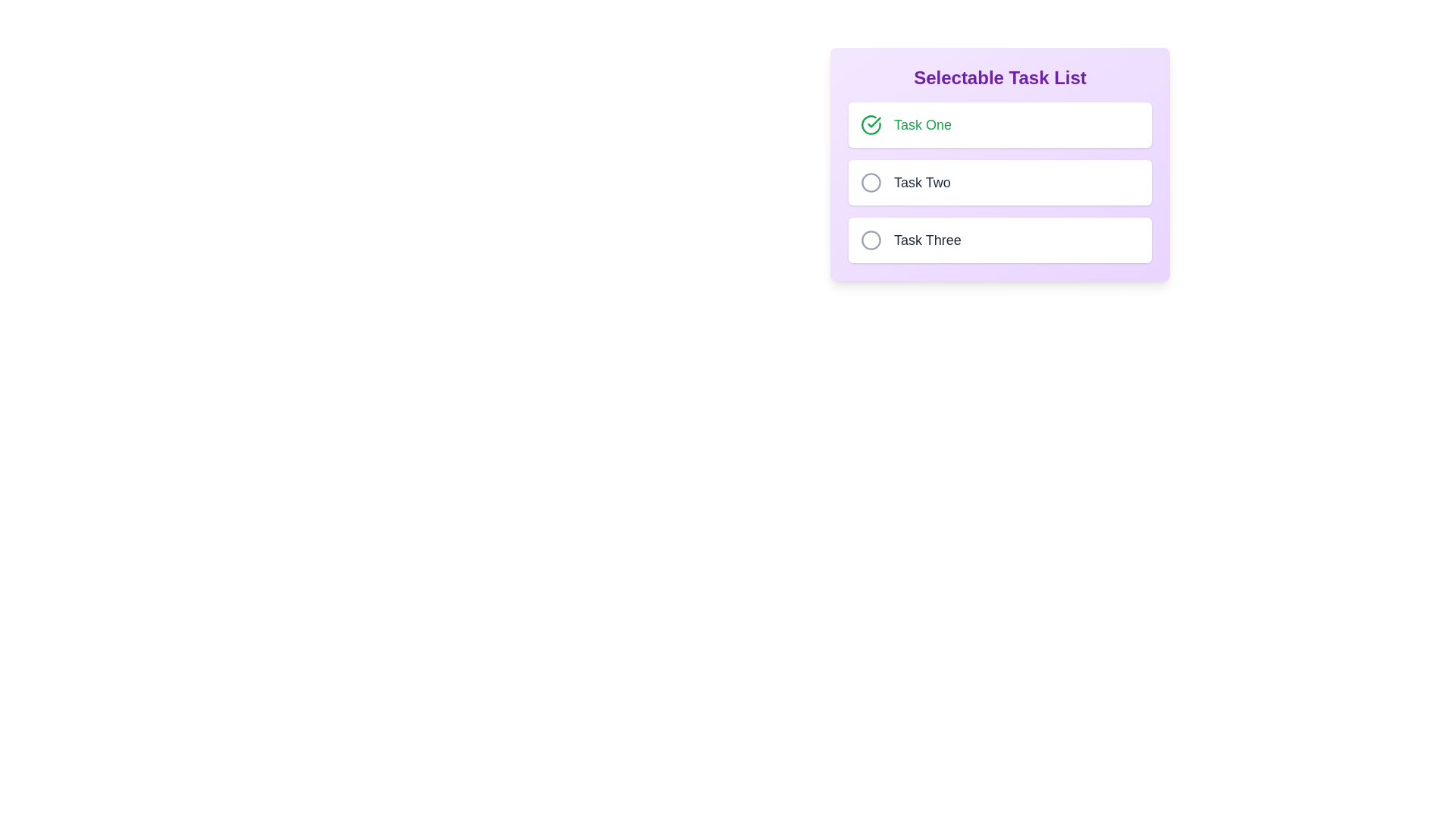 This screenshot has width=1456, height=819. I want to click on the completed task icon representing 'Task One' in the task list, which is positioned to the left of the text 'Task One', so click(871, 124).